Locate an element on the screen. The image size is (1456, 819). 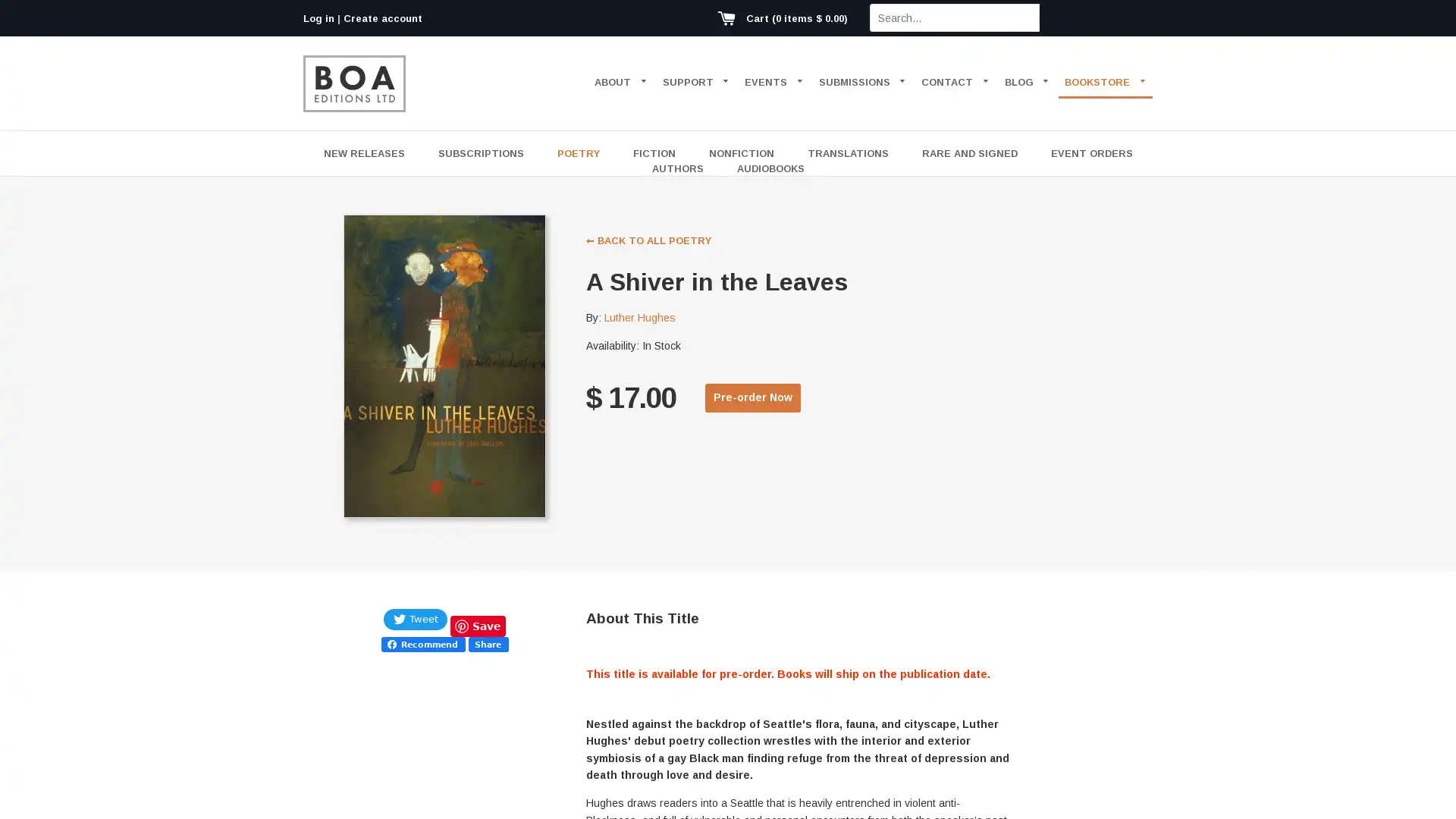
Pre-order Now is located at coordinates (753, 397).